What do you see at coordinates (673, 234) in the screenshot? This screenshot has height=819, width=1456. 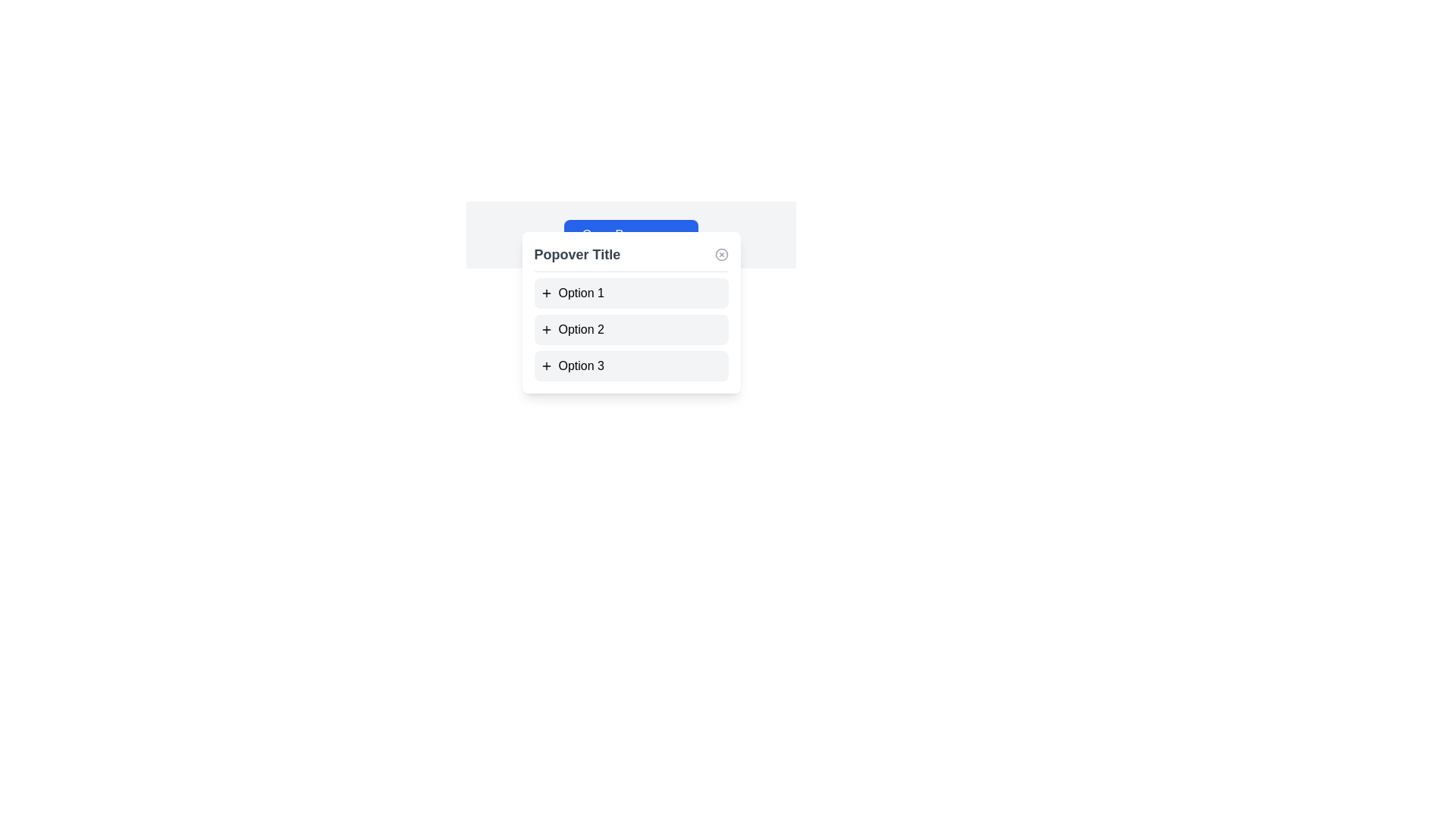 I see `the chevron icon located inside the 'Open Popover' button, which indicates that the button can be clicked to expand or reveal additional options` at bounding box center [673, 234].